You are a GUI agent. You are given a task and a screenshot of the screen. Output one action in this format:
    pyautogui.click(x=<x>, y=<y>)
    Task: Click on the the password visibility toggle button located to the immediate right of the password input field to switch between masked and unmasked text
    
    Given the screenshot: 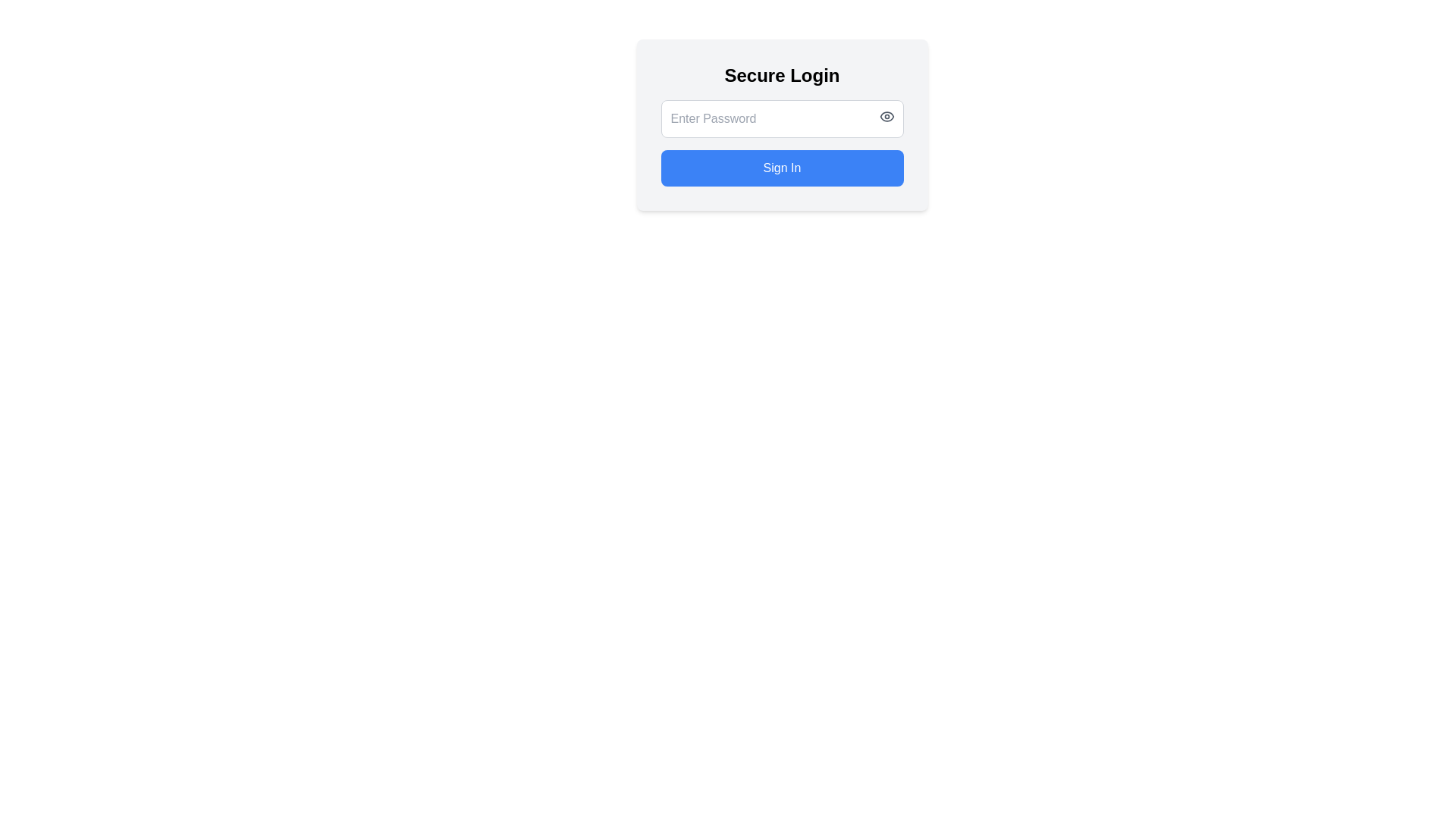 What is the action you would take?
    pyautogui.click(x=886, y=116)
    